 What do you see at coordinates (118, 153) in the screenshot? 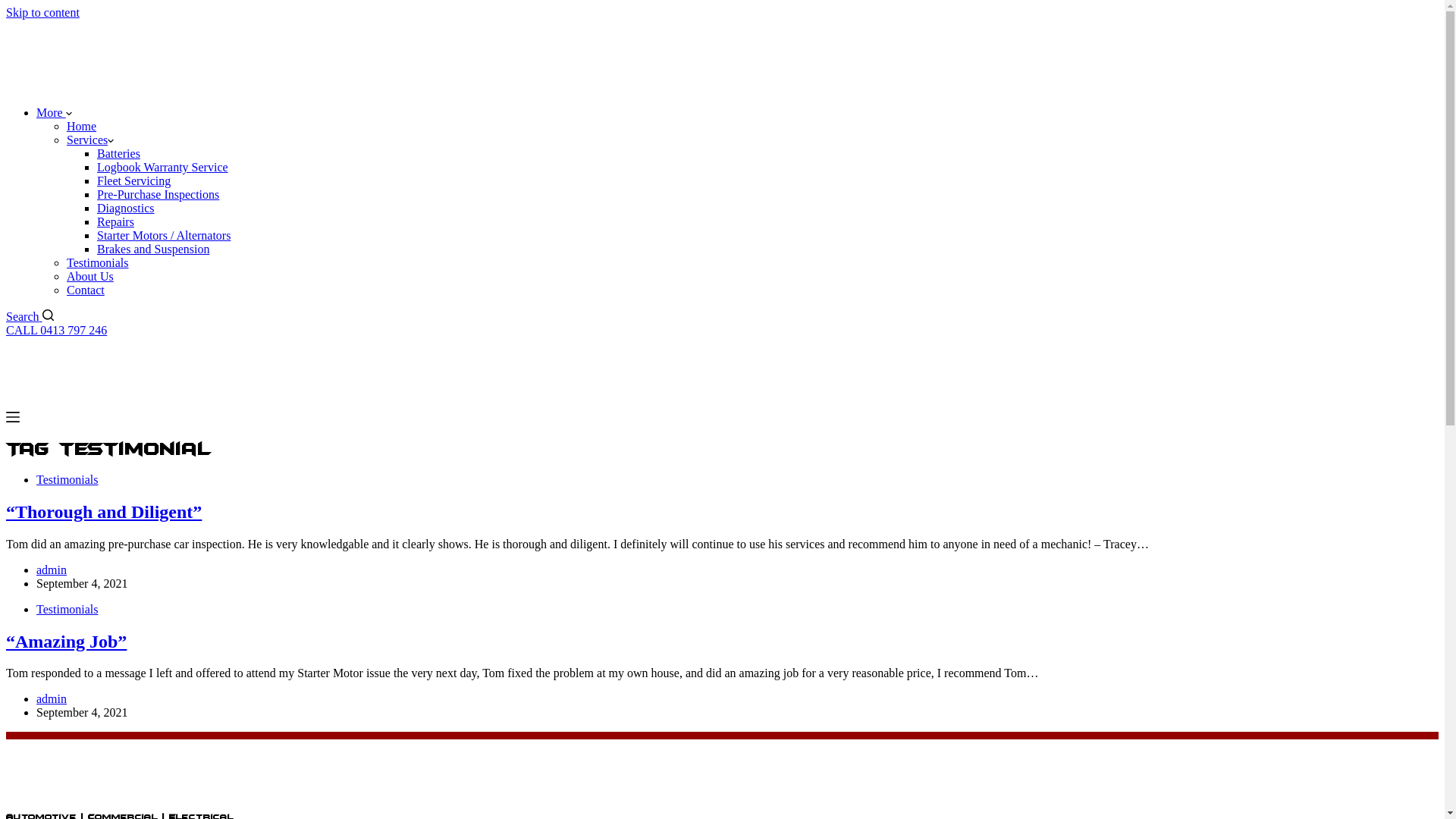
I see `'Batteries'` at bounding box center [118, 153].